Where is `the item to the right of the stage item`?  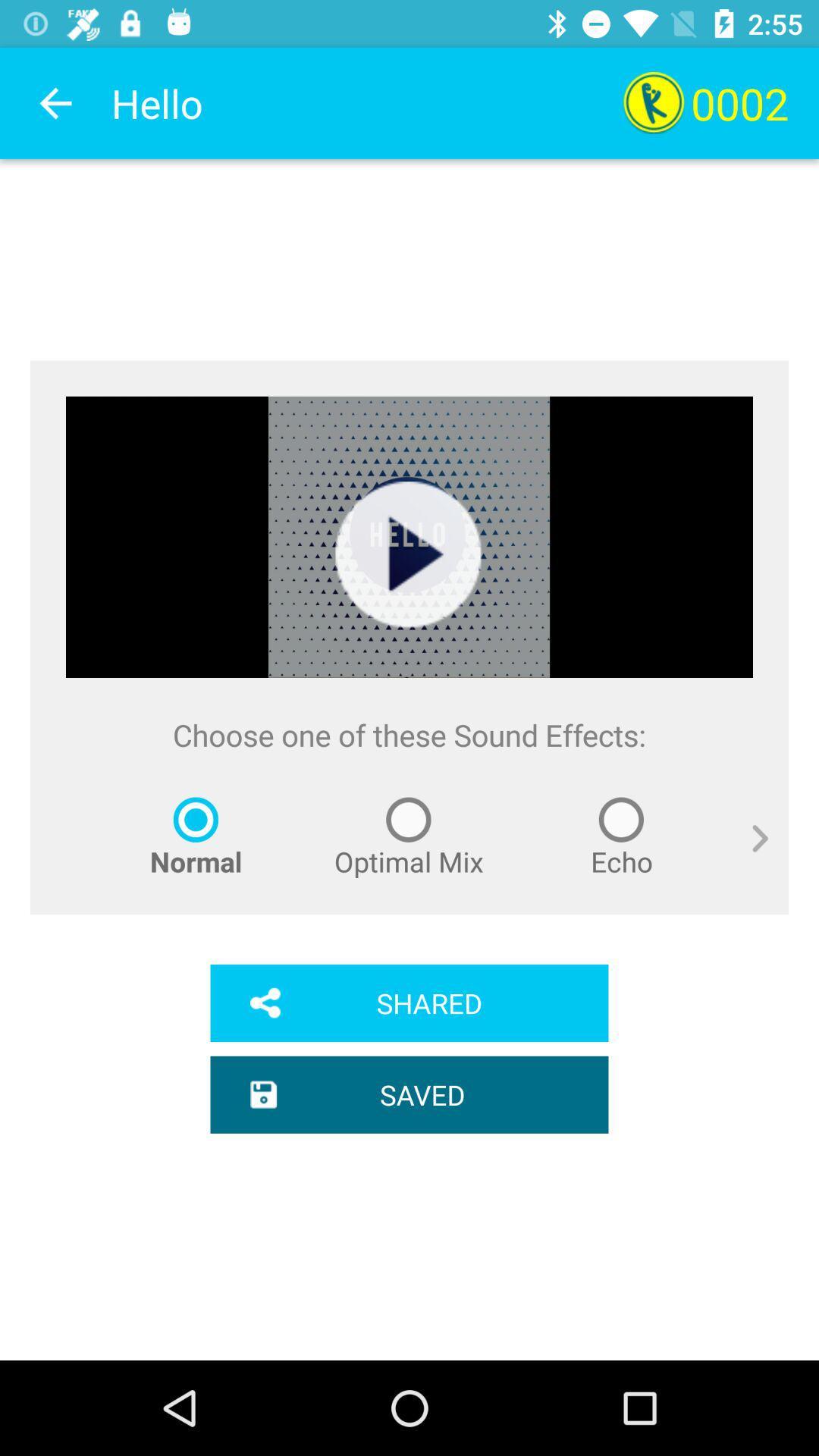
the item to the right of the stage item is located at coordinates (748, 855).